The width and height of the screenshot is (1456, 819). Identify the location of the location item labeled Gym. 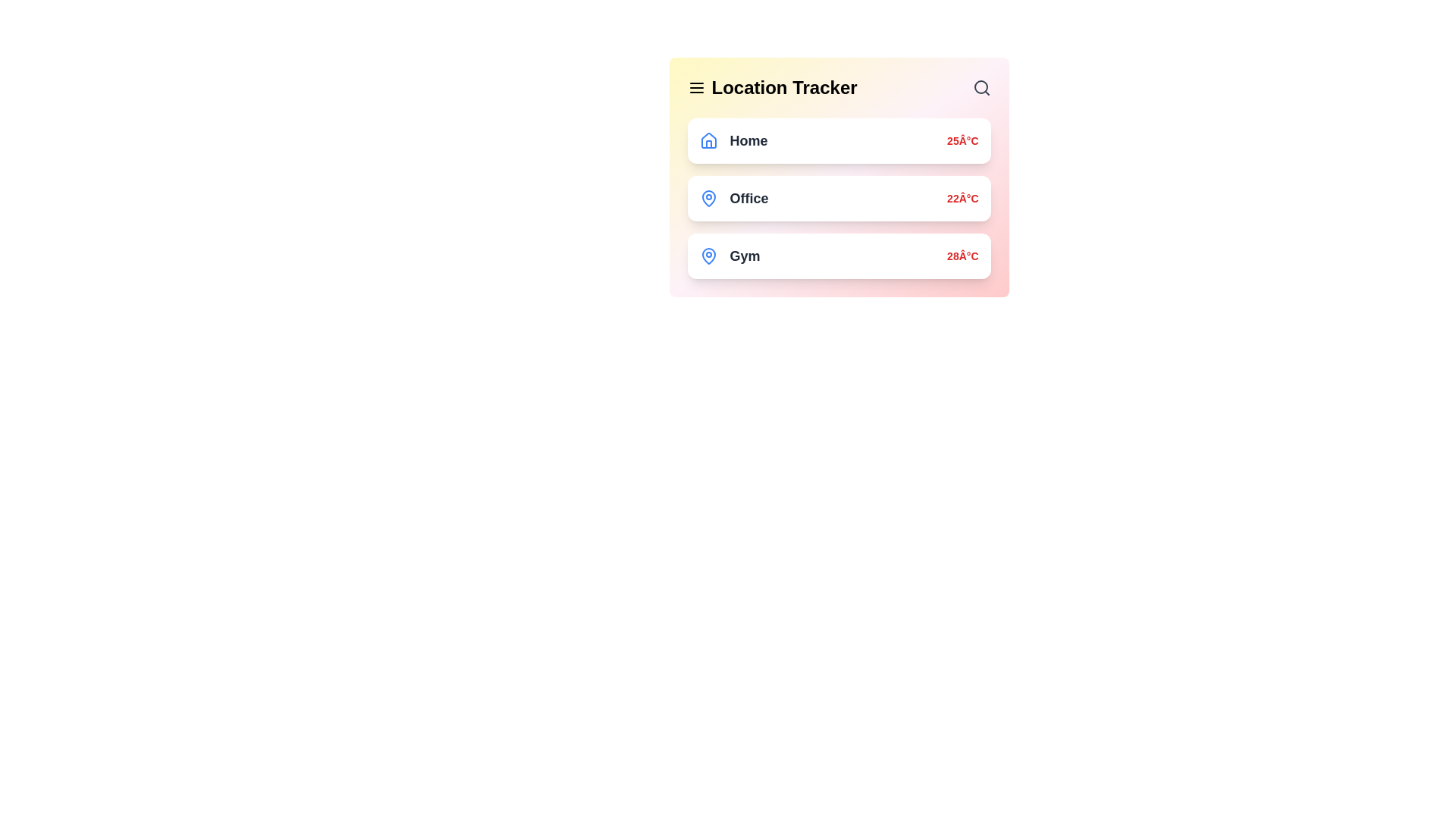
(838, 256).